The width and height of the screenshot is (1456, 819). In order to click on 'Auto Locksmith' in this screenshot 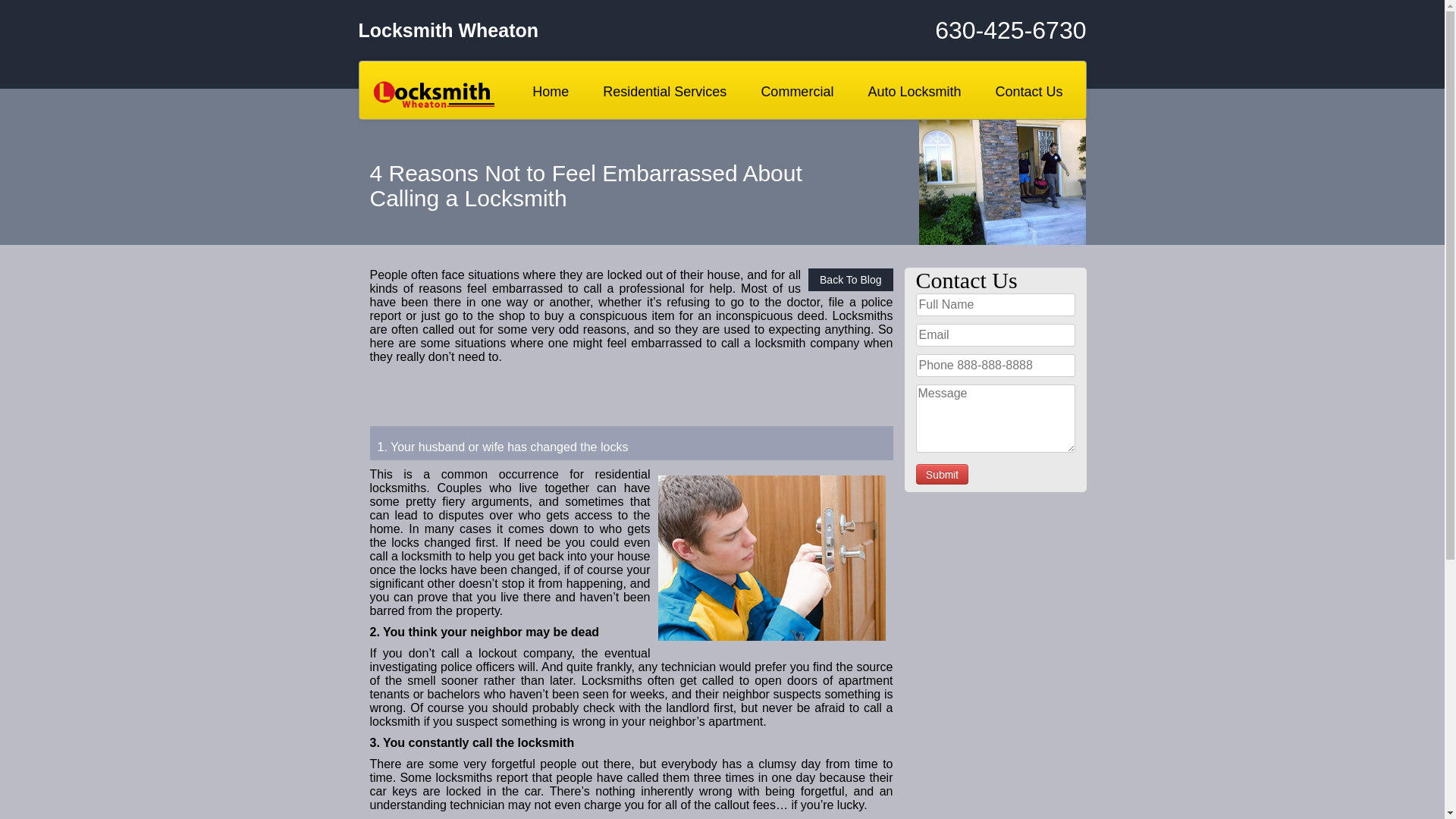, I will do `click(855, 91)`.